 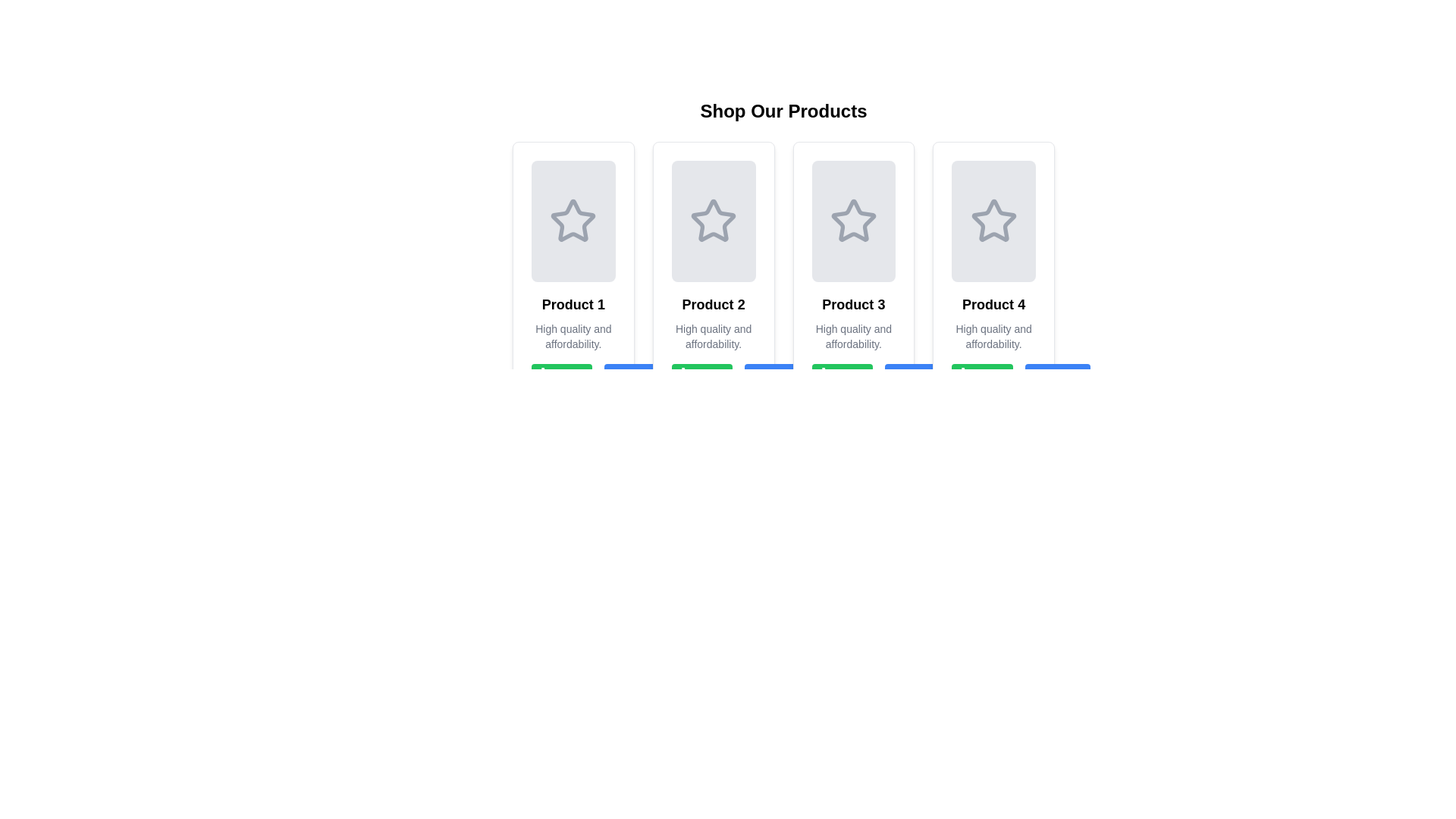 What do you see at coordinates (777, 375) in the screenshot?
I see `the 'View' button` at bounding box center [777, 375].